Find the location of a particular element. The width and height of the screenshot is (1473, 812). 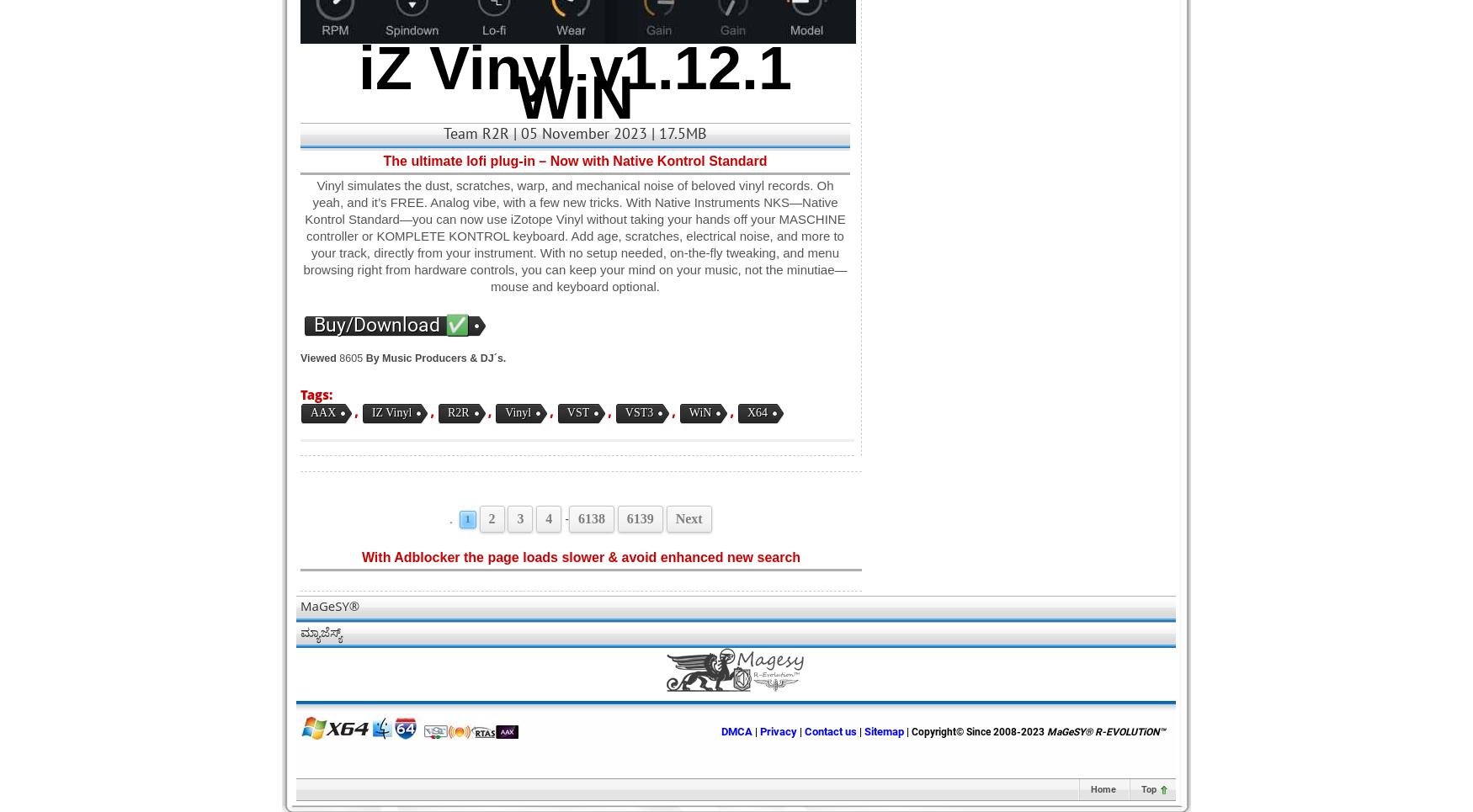

'| Copyright© Since' is located at coordinates (948, 730).